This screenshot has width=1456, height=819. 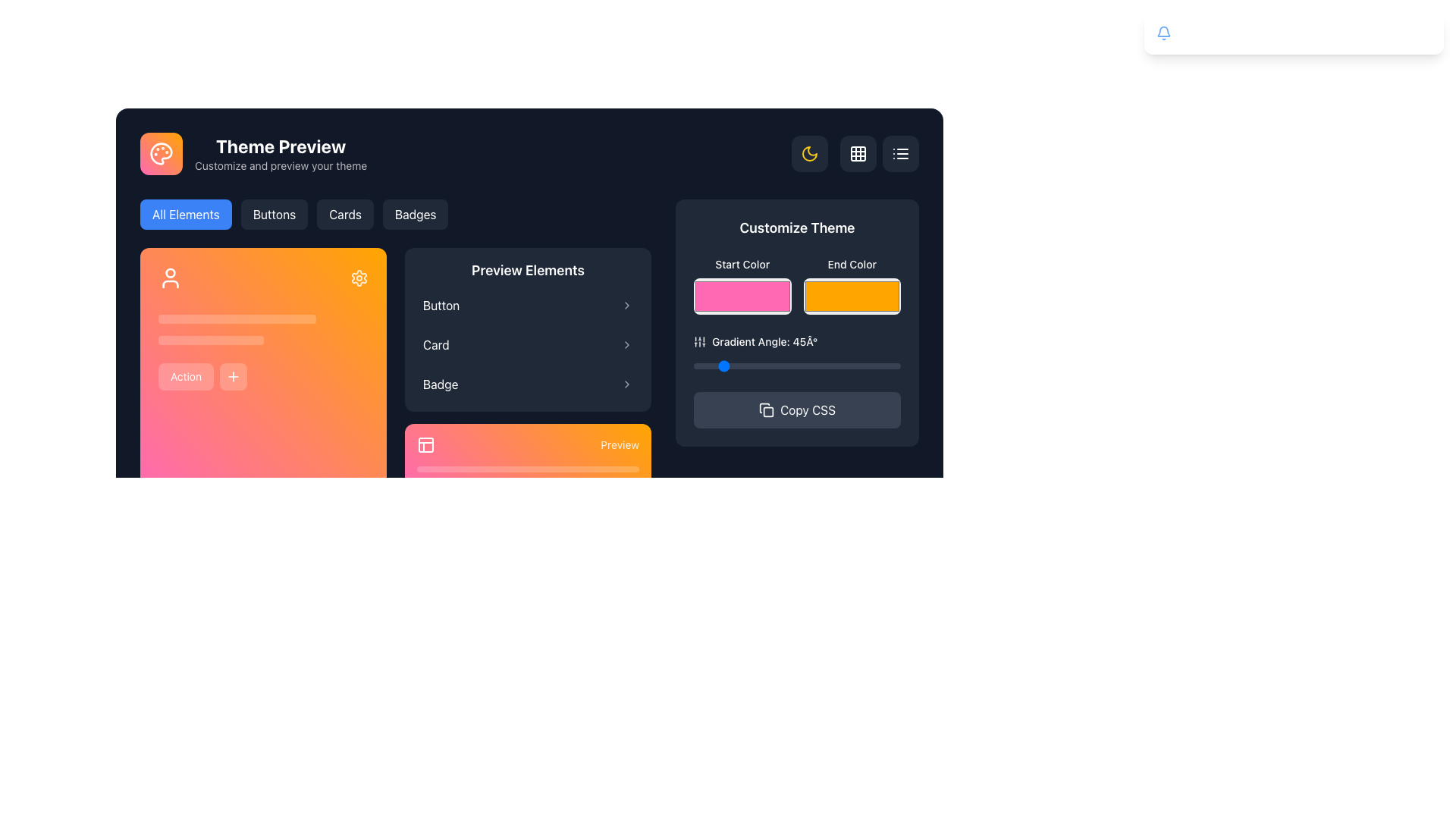 What do you see at coordinates (751, 366) in the screenshot?
I see `the slider value` at bounding box center [751, 366].